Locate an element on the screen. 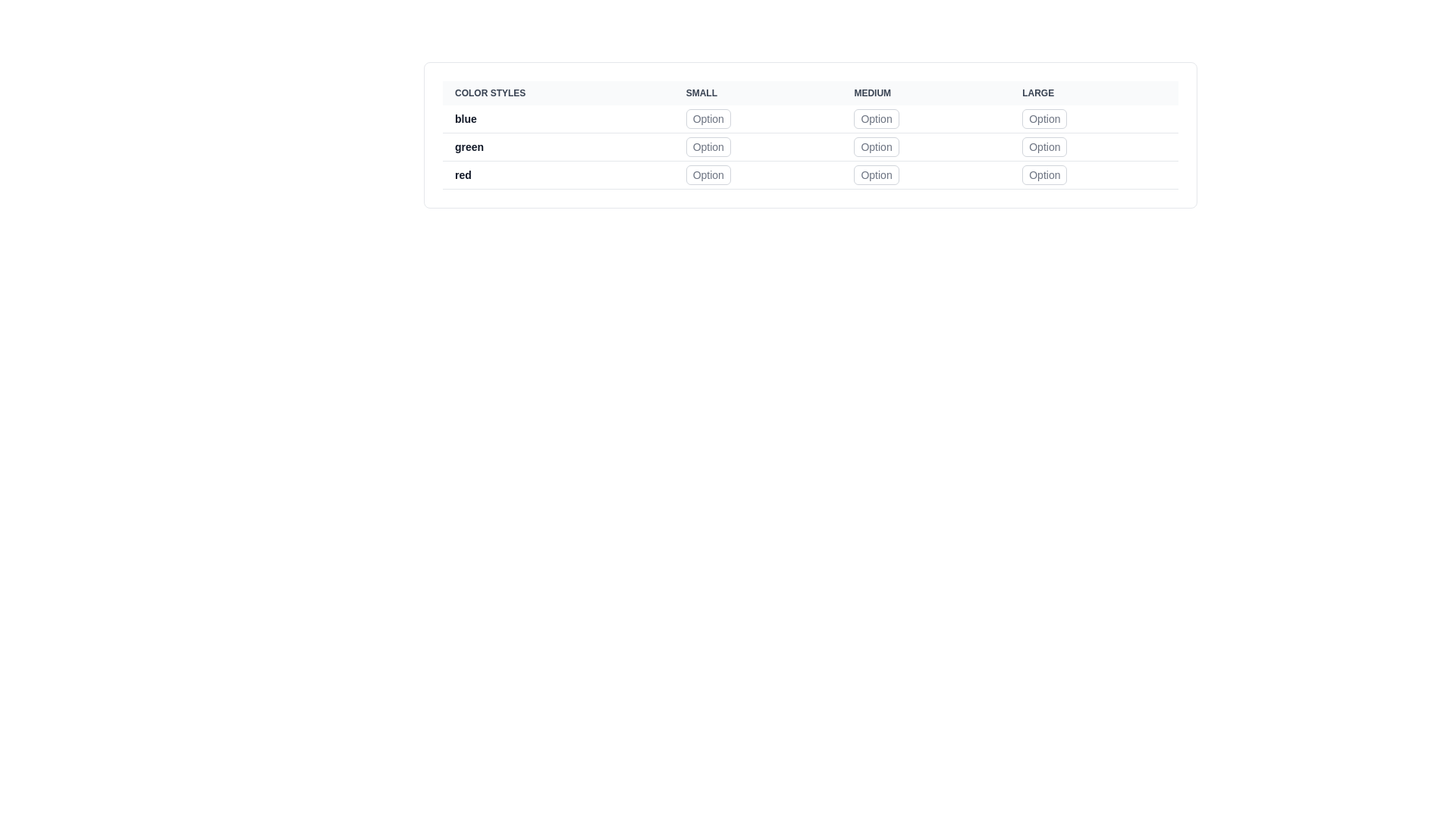  the button located in the 'red' row under the 'MEDIUM' column of the grid layout is located at coordinates (877, 174).